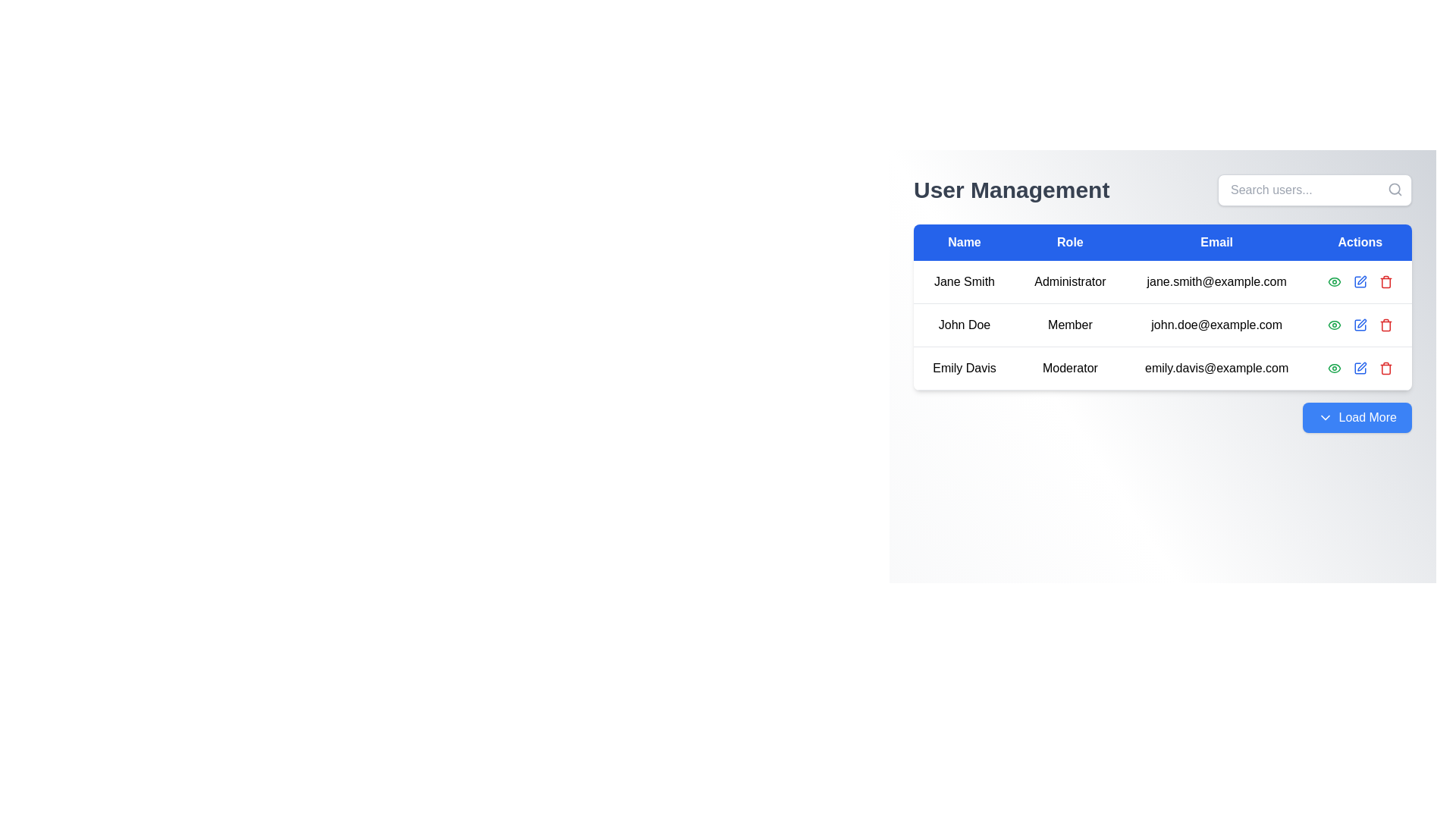 The image size is (1456, 819). What do you see at coordinates (1360, 242) in the screenshot?
I see `the text label displaying 'Actions' with a blue background and white text, located in the top-right corner of the table header row` at bounding box center [1360, 242].